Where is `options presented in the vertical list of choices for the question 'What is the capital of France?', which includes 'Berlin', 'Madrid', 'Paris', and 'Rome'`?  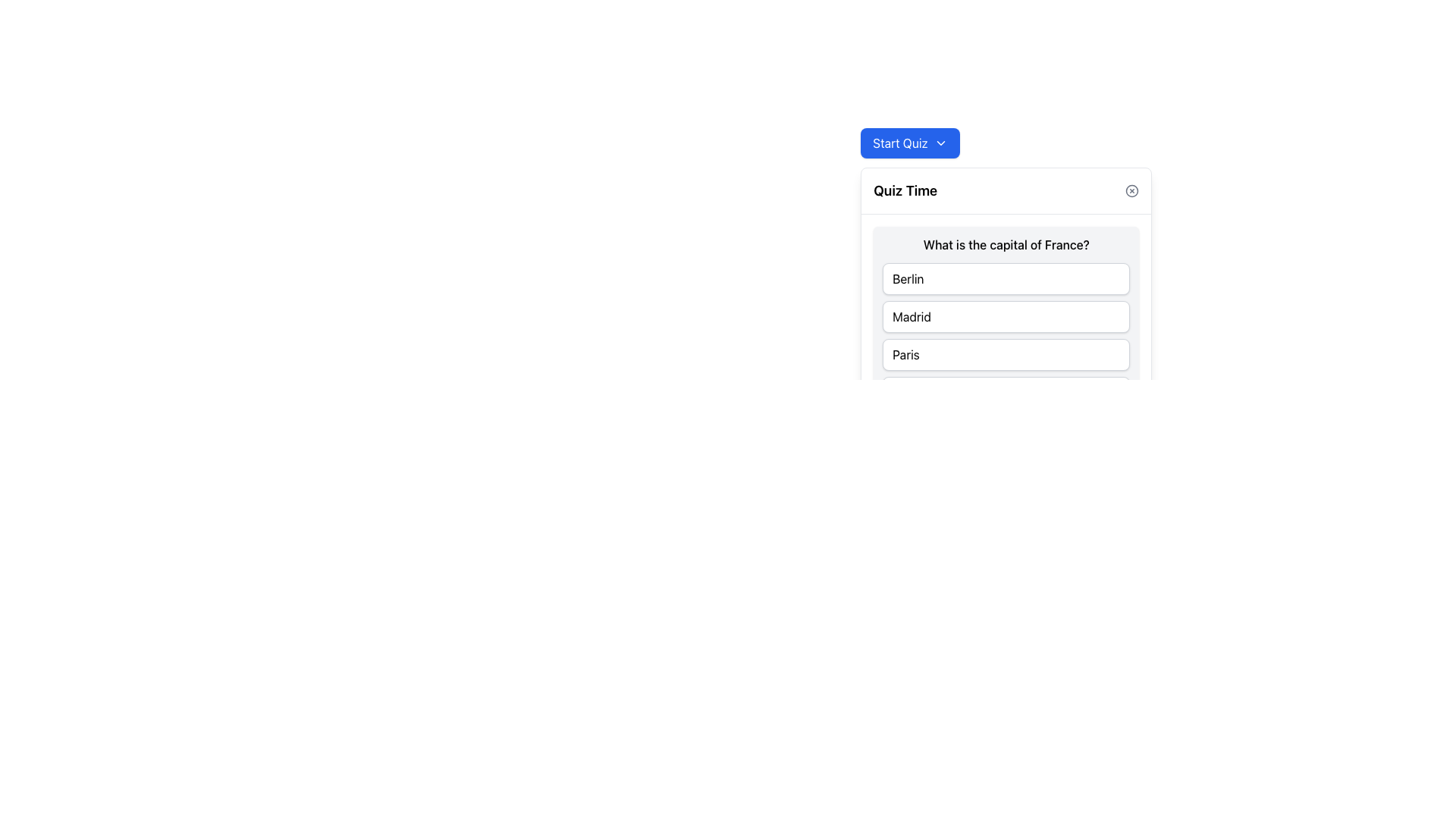
options presented in the vertical list of choices for the question 'What is the capital of France?', which includes 'Berlin', 'Madrid', 'Paris', and 'Rome' is located at coordinates (1006, 335).